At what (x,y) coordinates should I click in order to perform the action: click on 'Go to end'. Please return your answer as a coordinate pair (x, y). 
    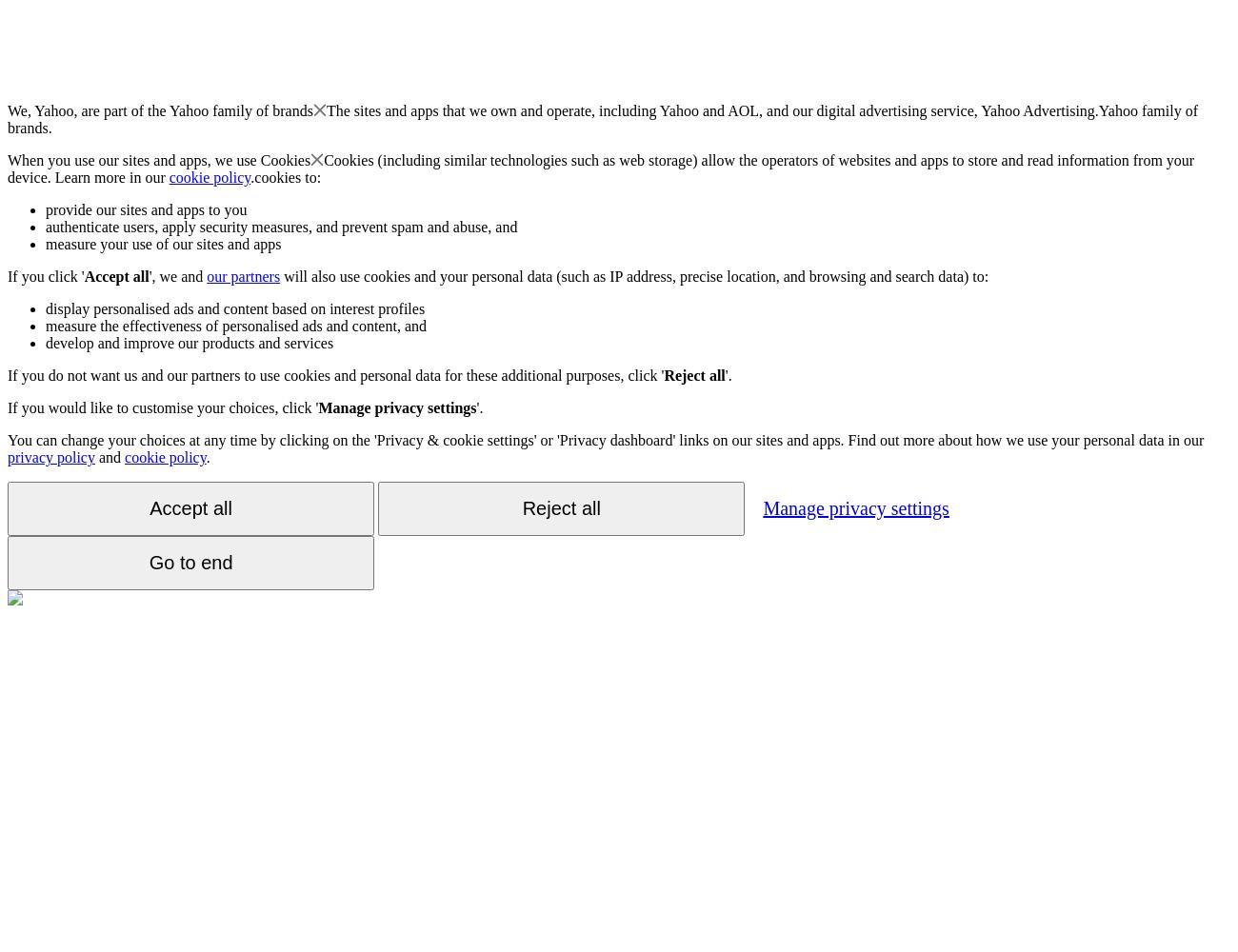
    Looking at the image, I should click on (190, 562).